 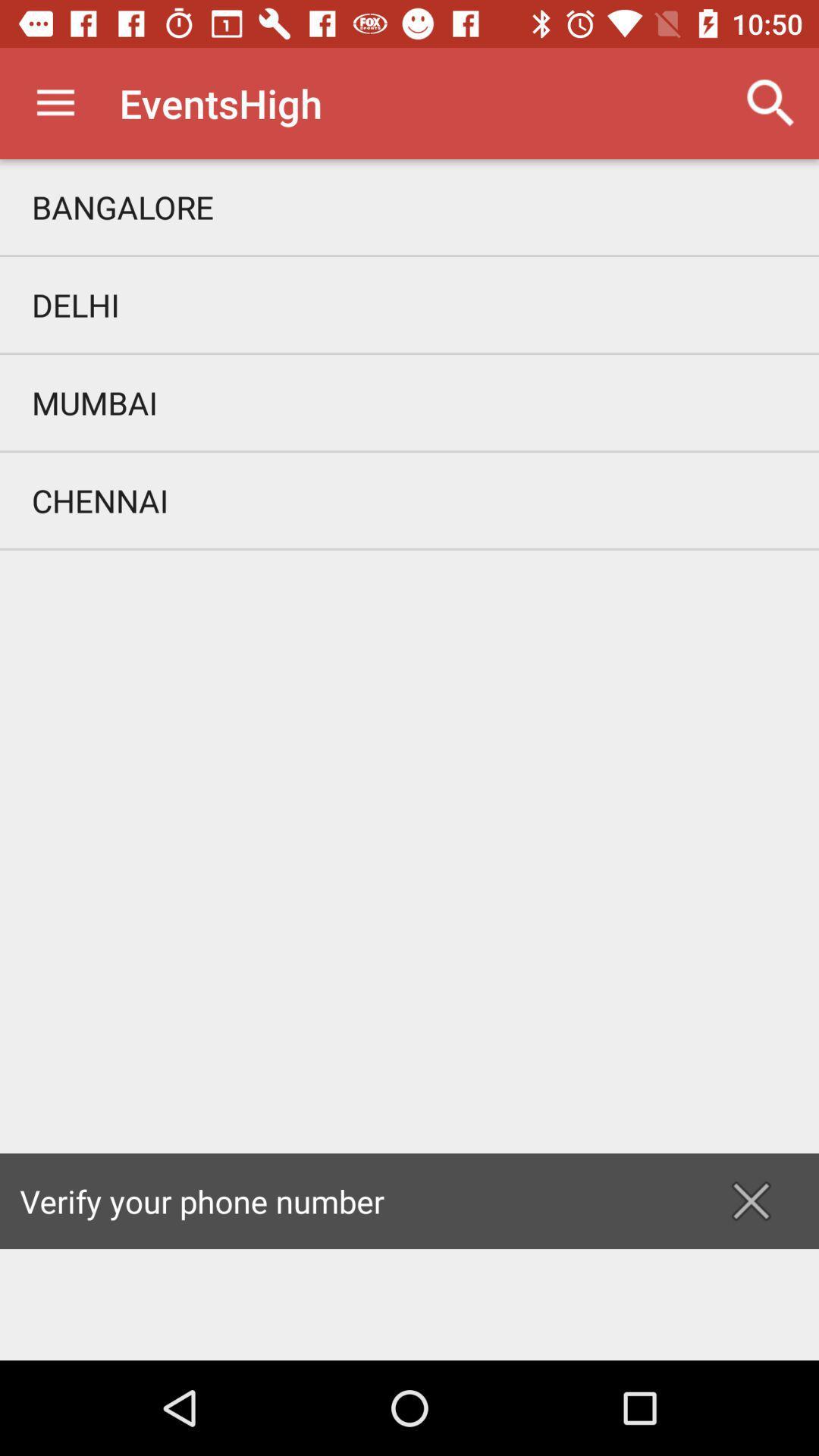 I want to click on bangalore, so click(x=409, y=206).